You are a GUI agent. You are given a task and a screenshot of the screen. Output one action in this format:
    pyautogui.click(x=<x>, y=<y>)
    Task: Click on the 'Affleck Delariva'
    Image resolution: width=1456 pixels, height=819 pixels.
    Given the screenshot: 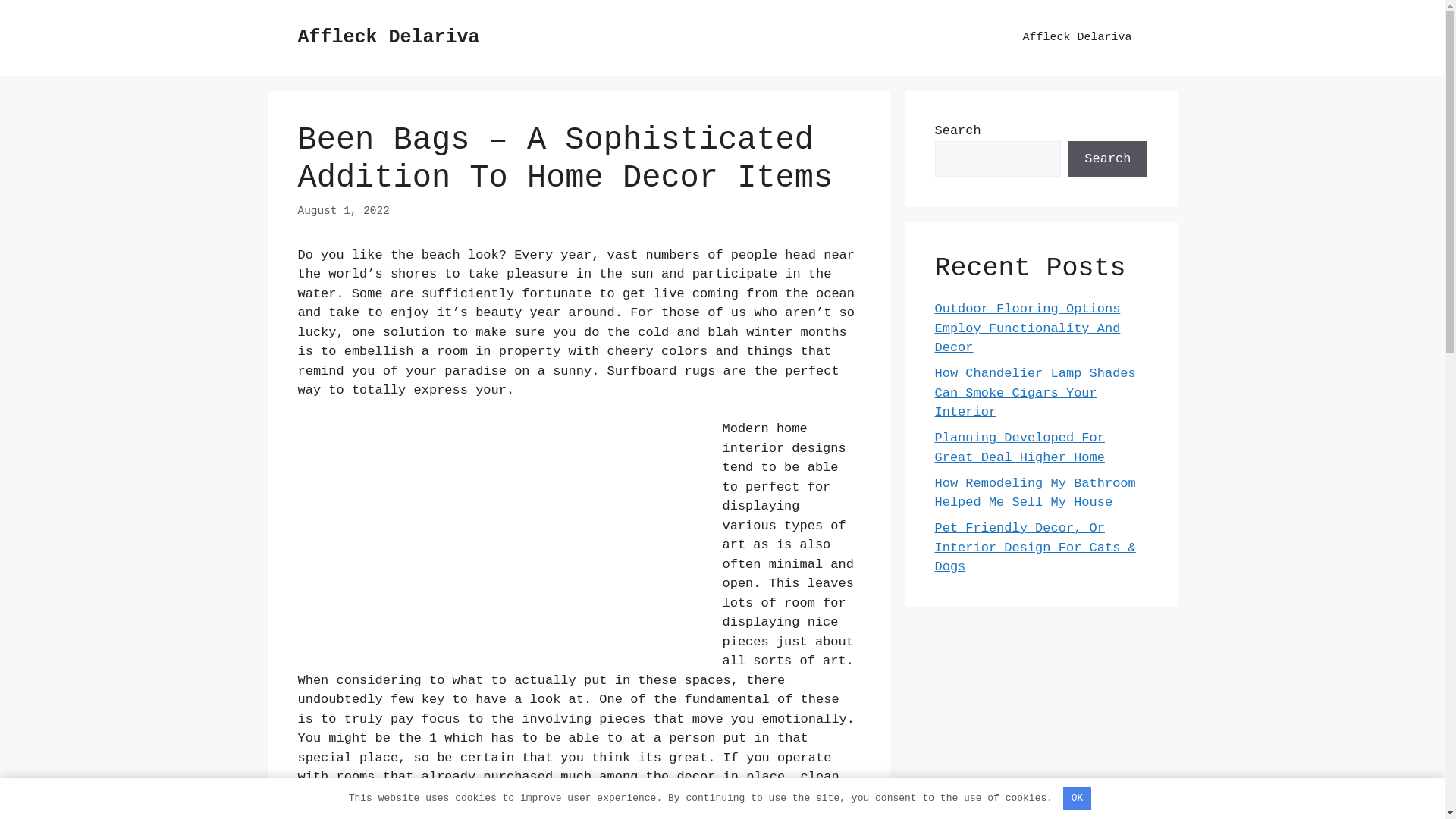 What is the action you would take?
    pyautogui.click(x=388, y=36)
    